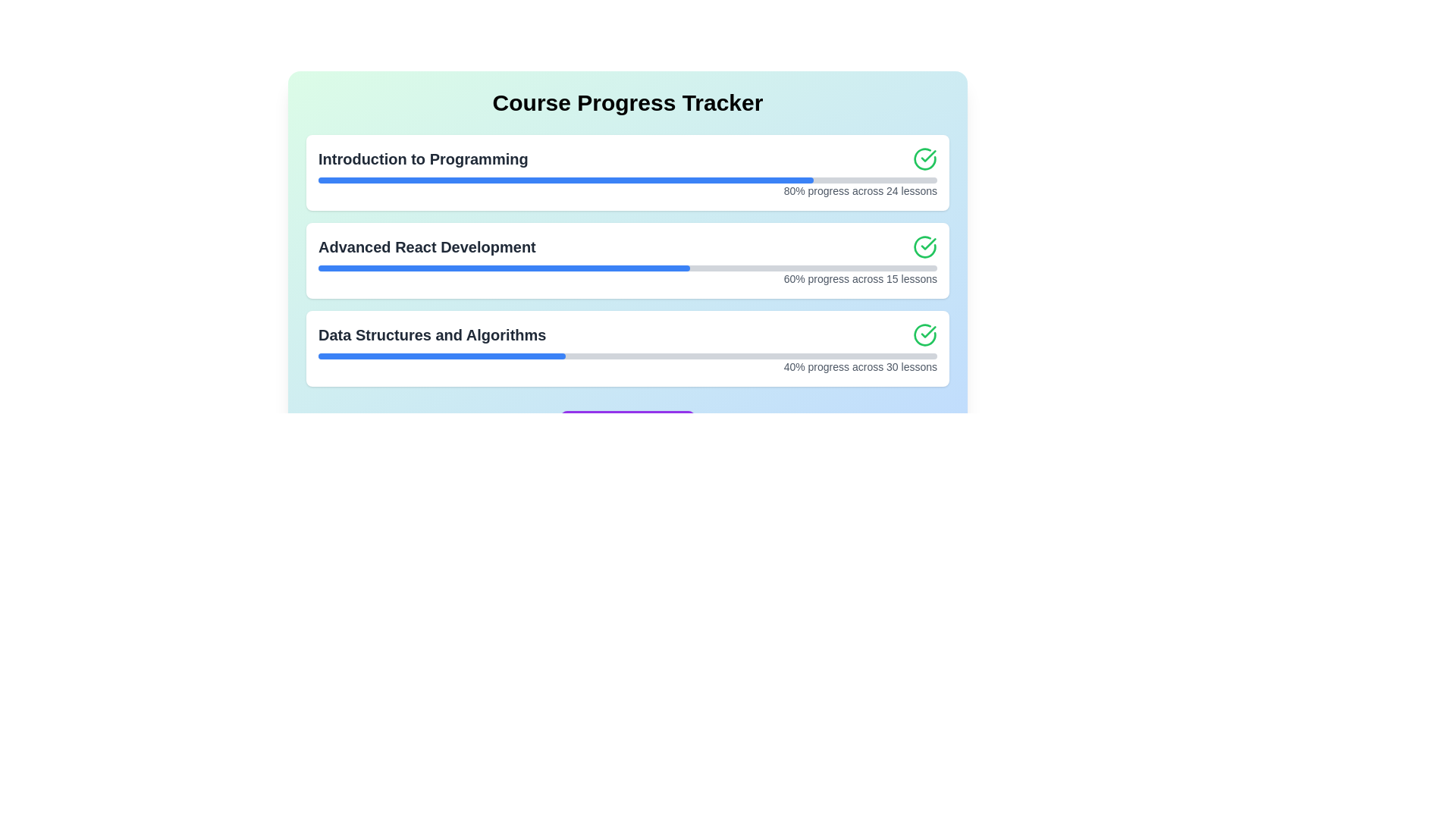 This screenshot has height=819, width=1456. Describe the element at coordinates (431, 334) in the screenshot. I see `the text label displaying 'Data Structures and Algorithms' which is styled in bold black or dark gray font and is part of the course modules list` at that location.